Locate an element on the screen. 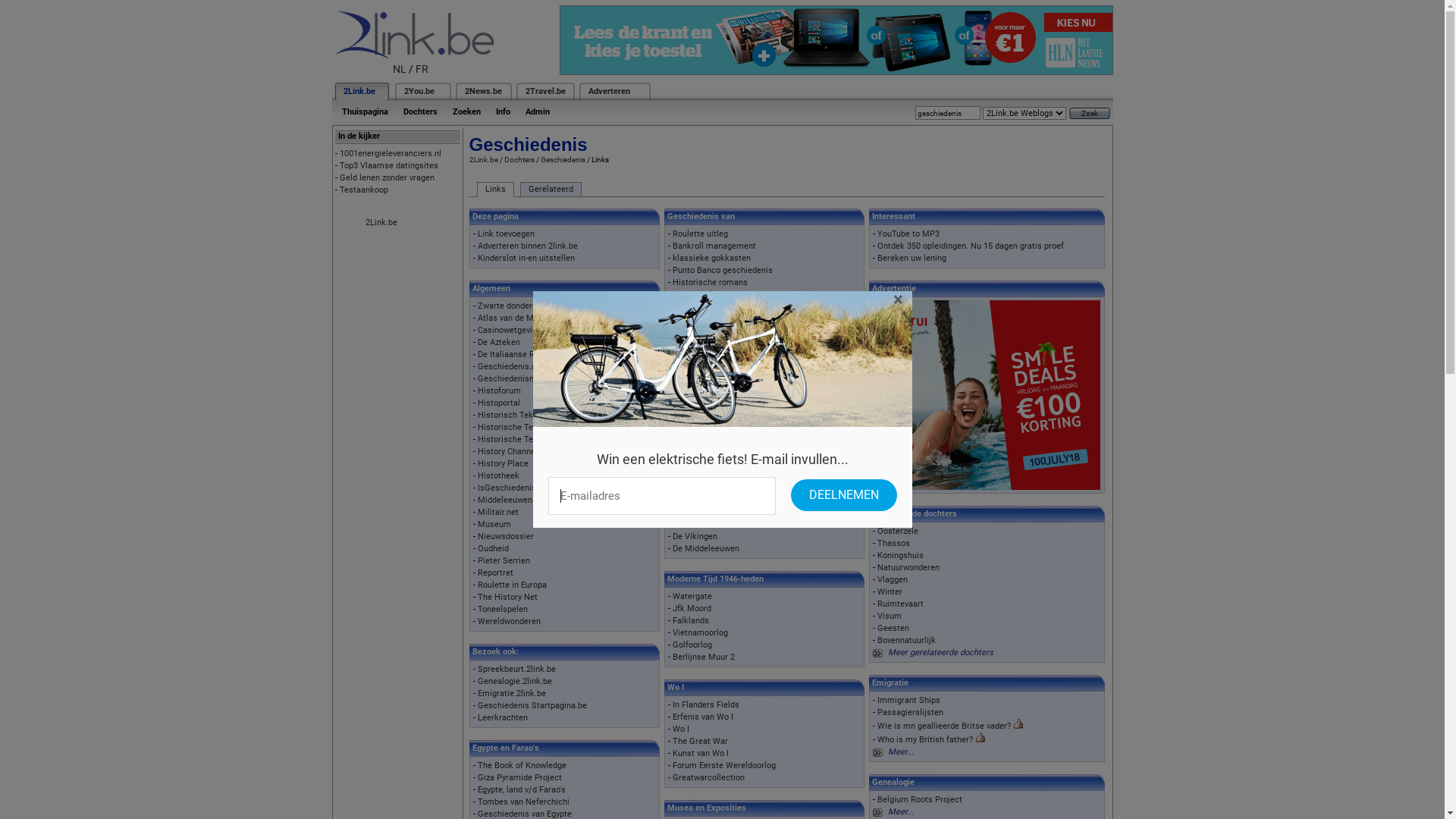 This screenshot has height=819, width=1456. 'Ontdek 350 opleidingen. Nu 15 dagen gratis proef' is located at coordinates (971, 245).